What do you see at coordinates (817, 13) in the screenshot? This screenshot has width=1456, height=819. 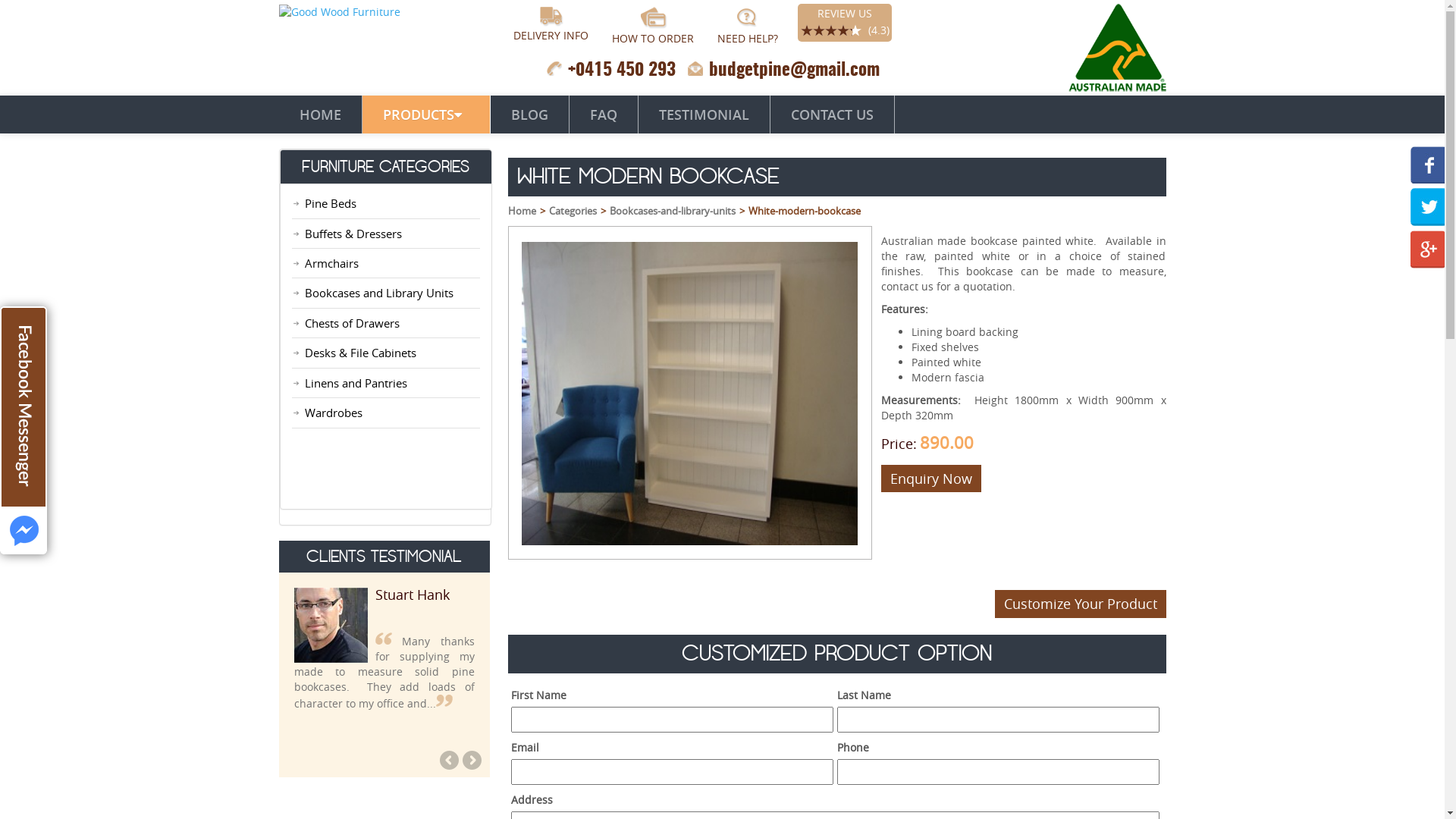 I see `'REVIEW US'` at bounding box center [817, 13].